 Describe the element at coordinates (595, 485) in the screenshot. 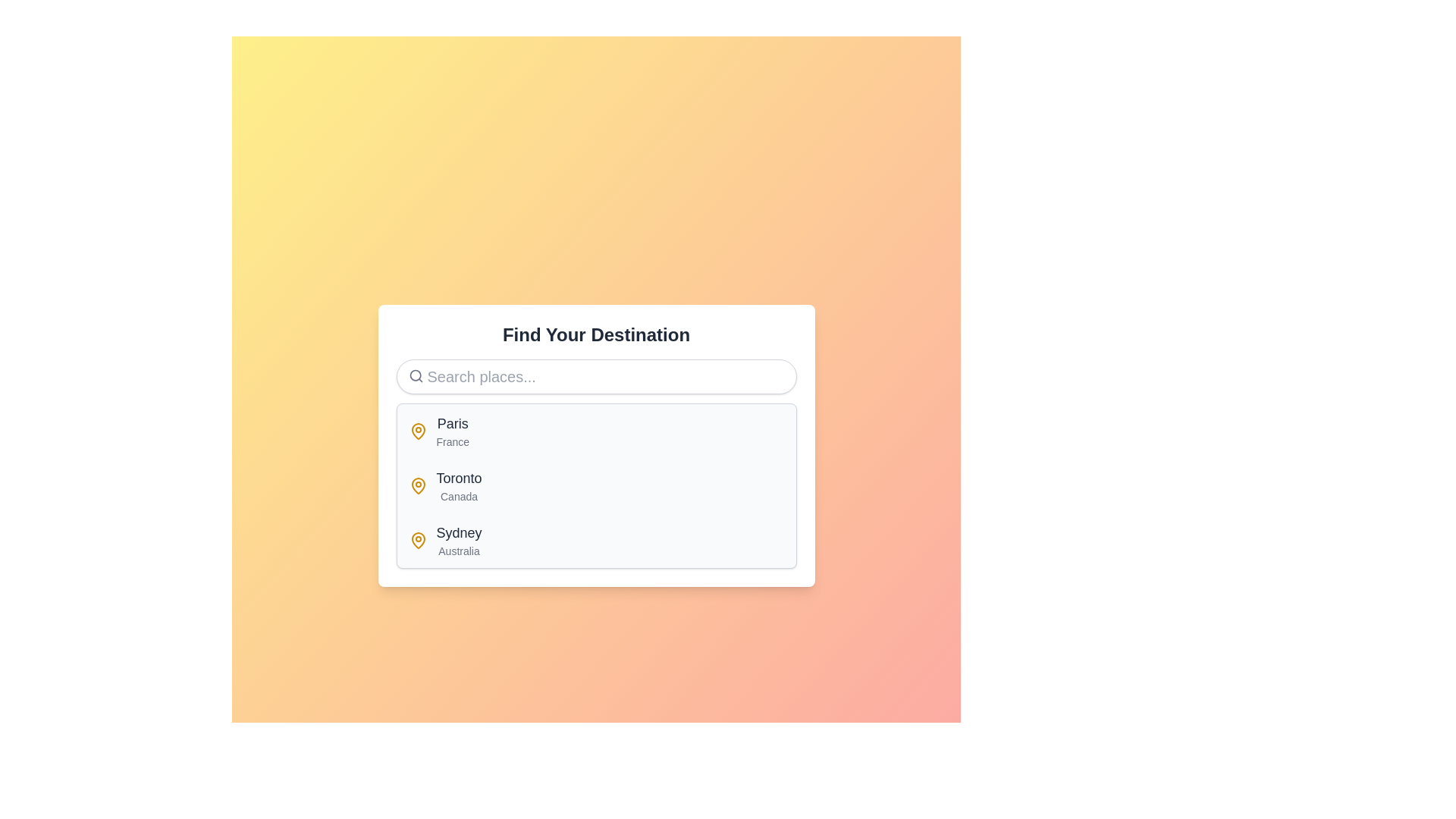

I see `the row containing location options in the 'Find Your Destination' section` at that location.